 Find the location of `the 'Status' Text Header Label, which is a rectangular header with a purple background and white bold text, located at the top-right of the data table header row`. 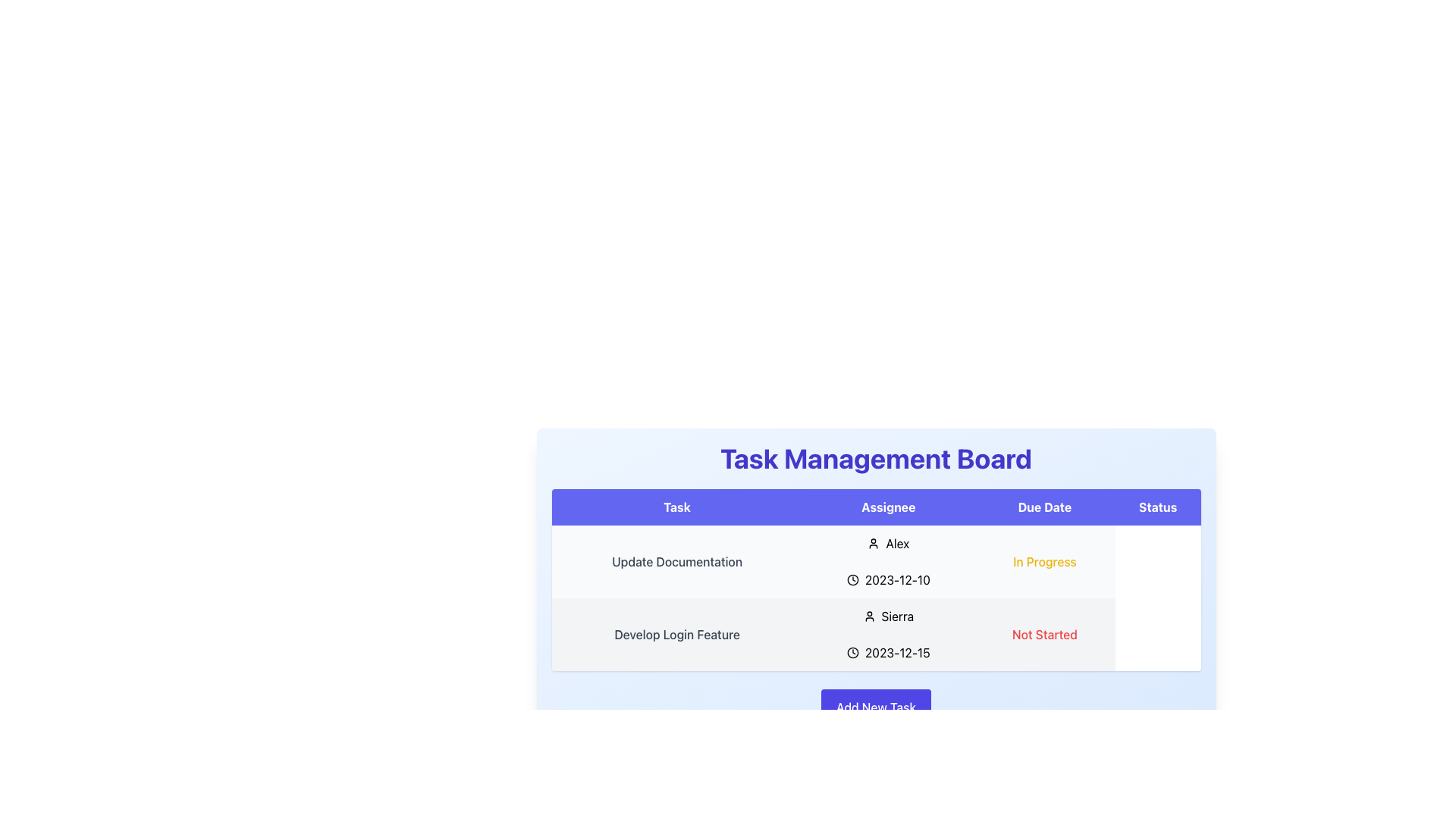

the 'Status' Text Header Label, which is a rectangular header with a purple background and white bold text, located at the top-right of the data table header row is located at coordinates (1157, 507).